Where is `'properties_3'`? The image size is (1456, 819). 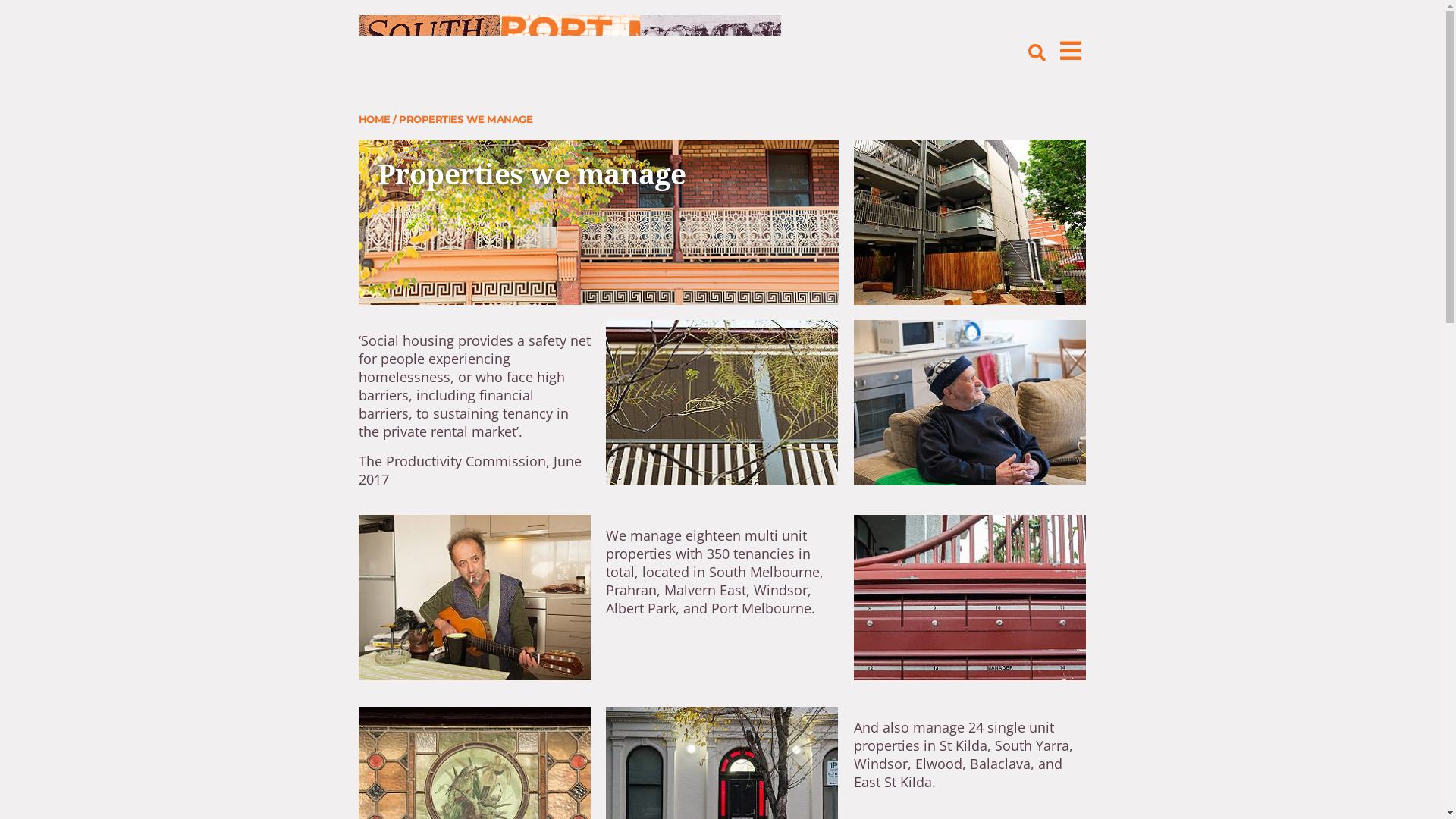 'properties_3' is located at coordinates (968, 402).